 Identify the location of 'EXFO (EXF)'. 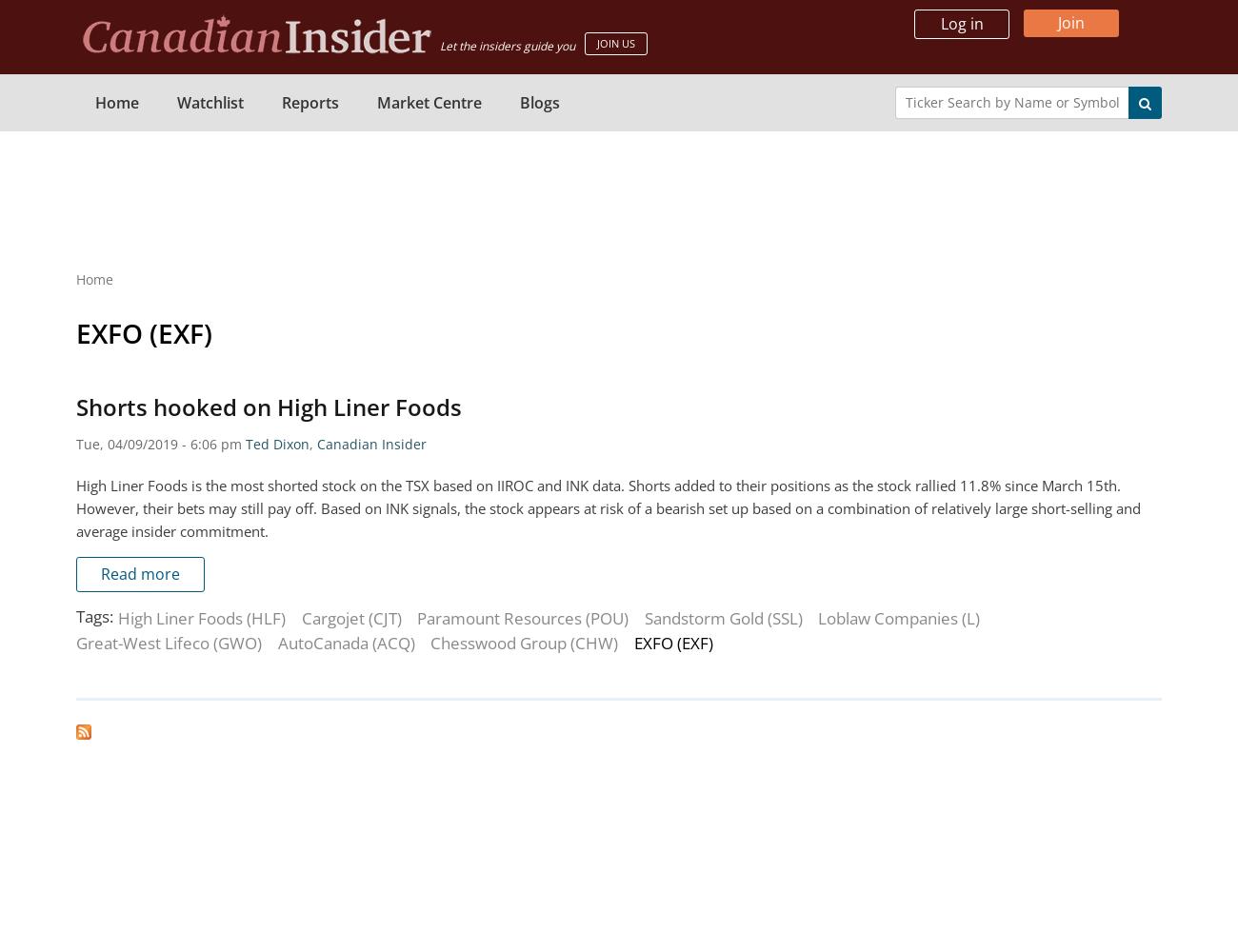
(143, 332).